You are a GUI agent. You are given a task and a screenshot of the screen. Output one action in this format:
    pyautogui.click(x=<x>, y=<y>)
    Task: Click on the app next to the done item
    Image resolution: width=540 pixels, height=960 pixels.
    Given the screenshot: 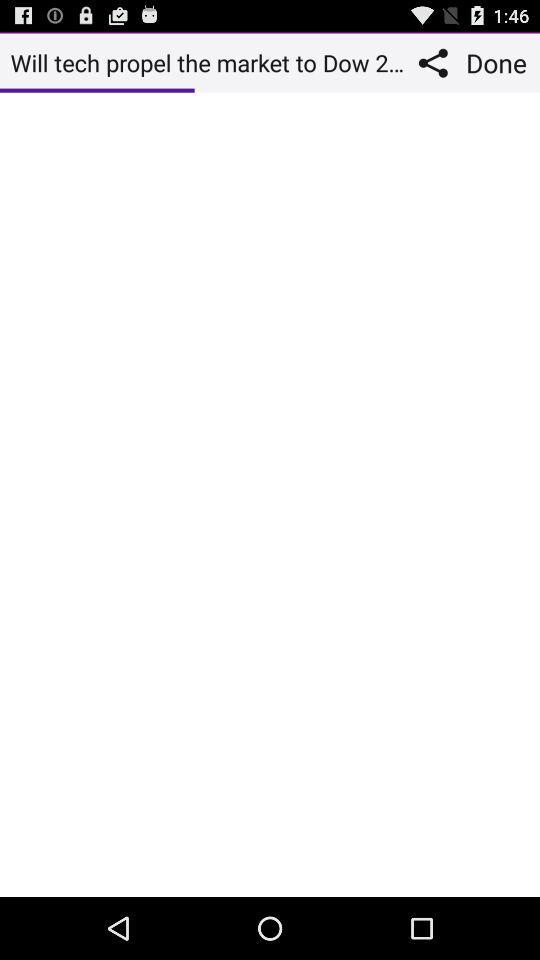 What is the action you would take?
    pyautogui.click(x=437, y=62)
    